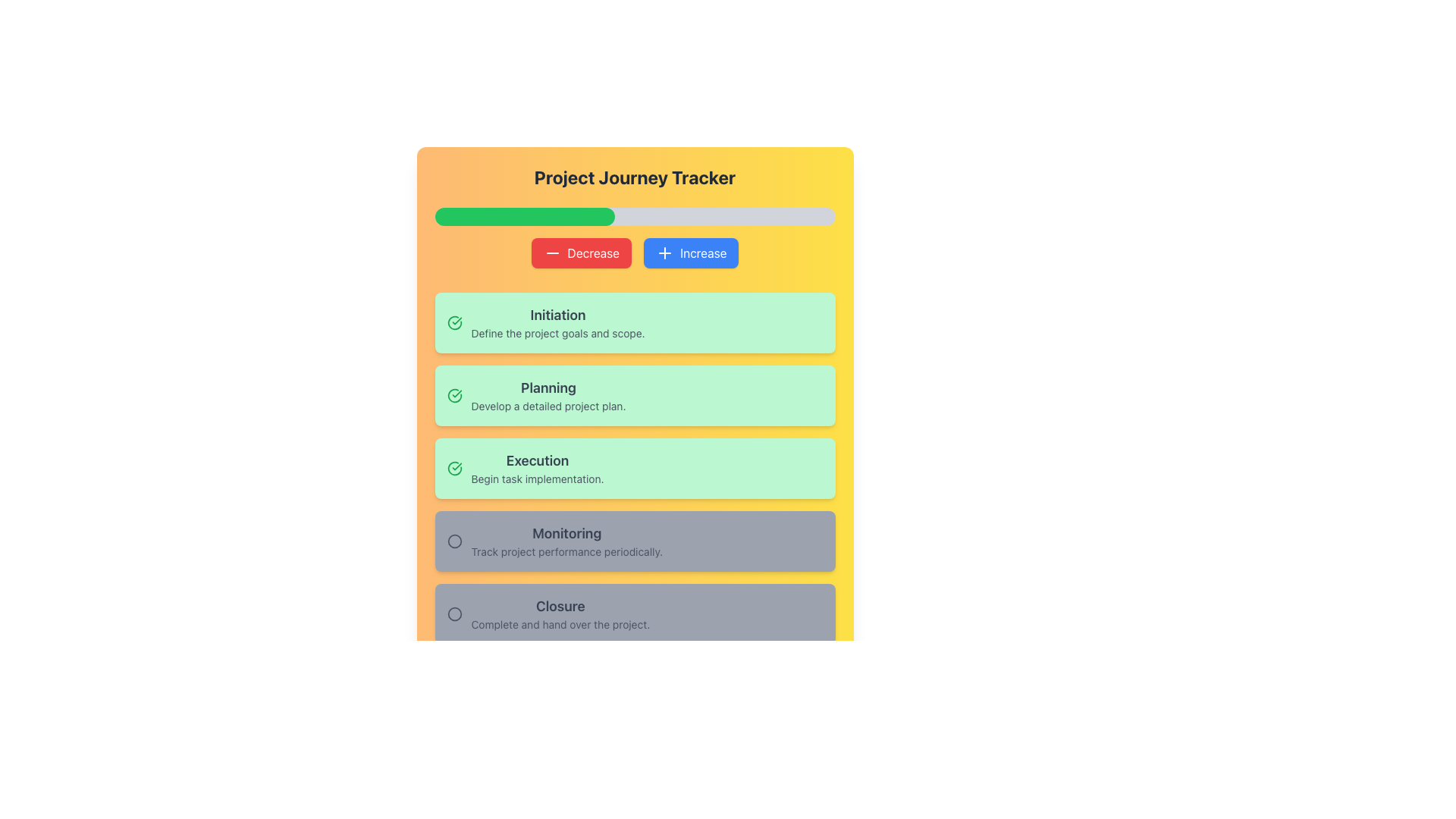  Describe the element at coordinates (566, 533) in the screenshot. I see `text label indicating the 'Monitoring' section, which serves as a title for the project stage discussion` at that location.